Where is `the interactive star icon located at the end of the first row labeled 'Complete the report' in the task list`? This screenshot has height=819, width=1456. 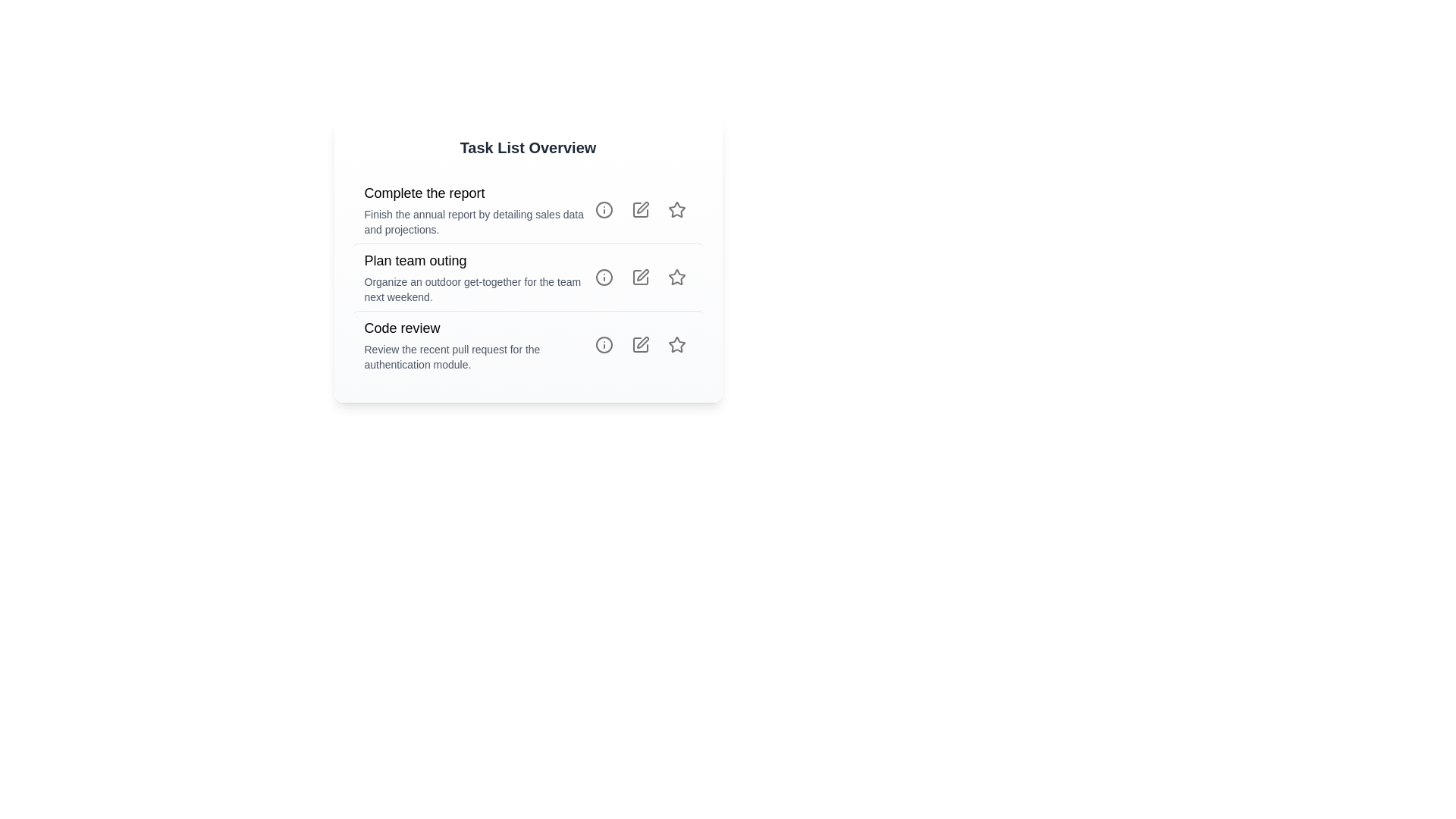
the interactive star icon located at the end of the first row labeled 'Complete the report' in the task list is located at coordinates (676, 210).